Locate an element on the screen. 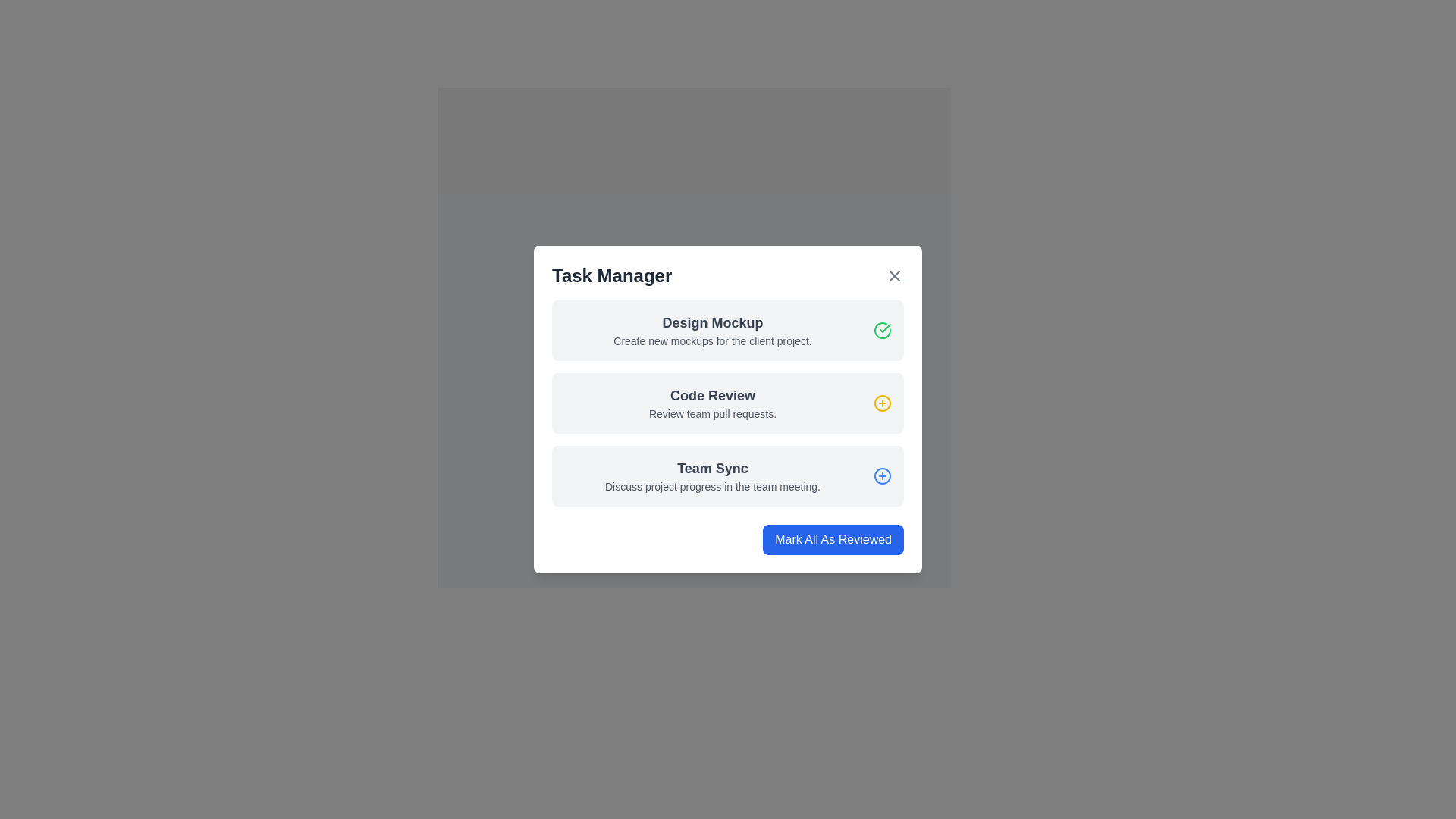 The width and height of the screenshot is (1456, 819). the gray text label located below the bold title 'Design Mockup' in the 'Task Manager' dialog box is located at coordinates (712, 341).